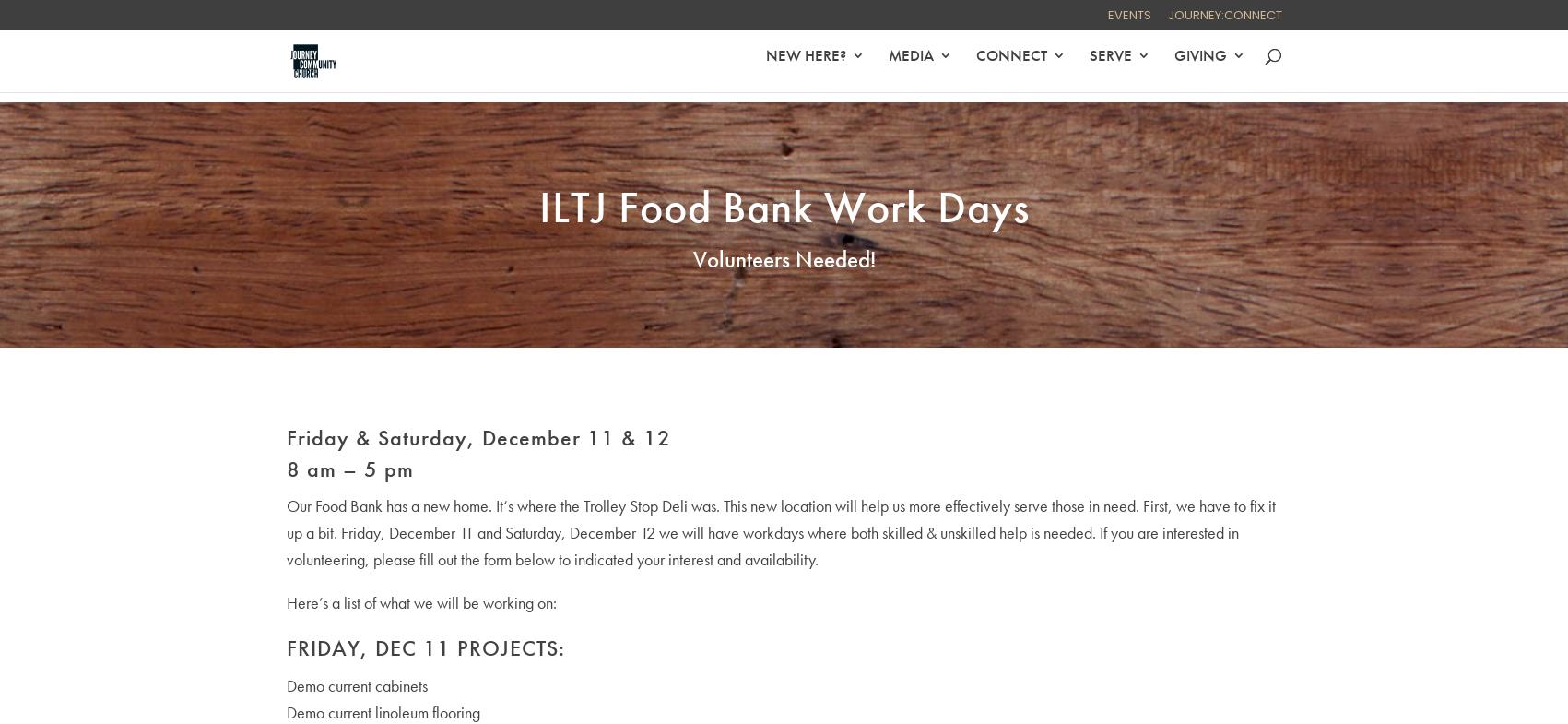 The height and width of the screenshot is (724, 1568). I want to click on 'KIDS & STUDENTS', so click(620, 145).